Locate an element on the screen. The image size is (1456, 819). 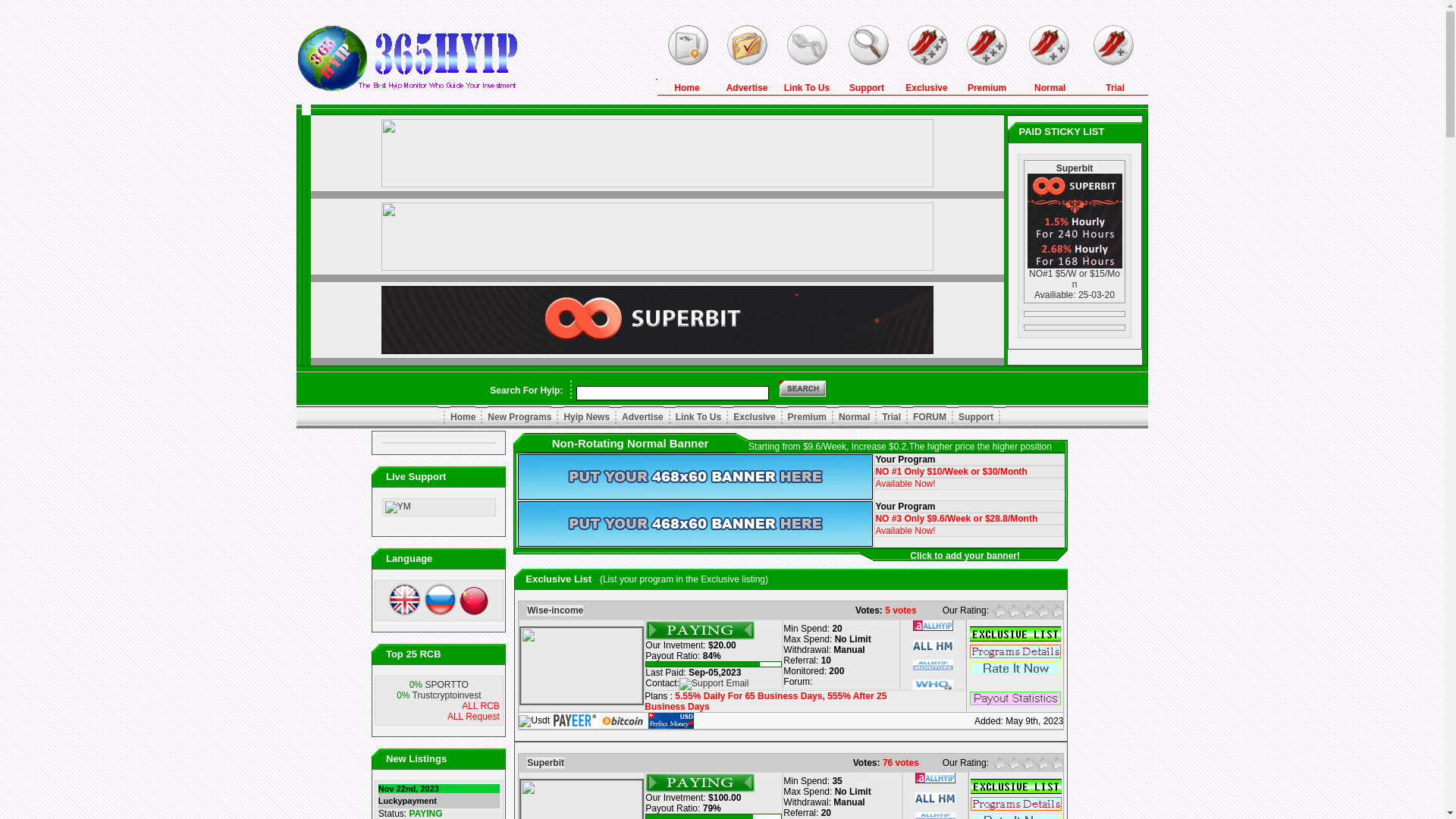
'Wise-income' is located at coordinates (554, 610).